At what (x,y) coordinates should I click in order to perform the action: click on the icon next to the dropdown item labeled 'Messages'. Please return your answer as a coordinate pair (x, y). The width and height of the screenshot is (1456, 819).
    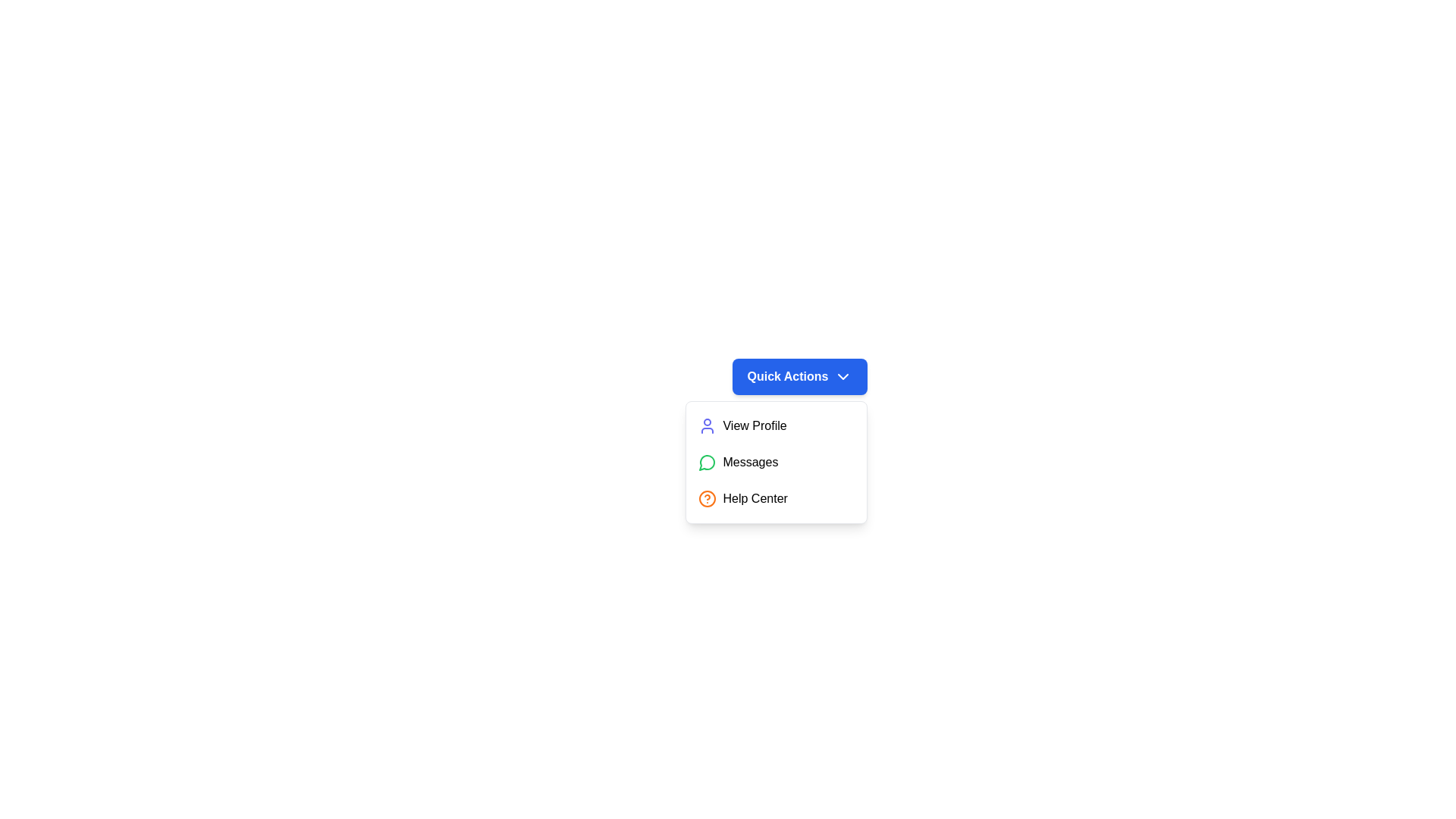
    Looking at the image, I should click on (707, 461).